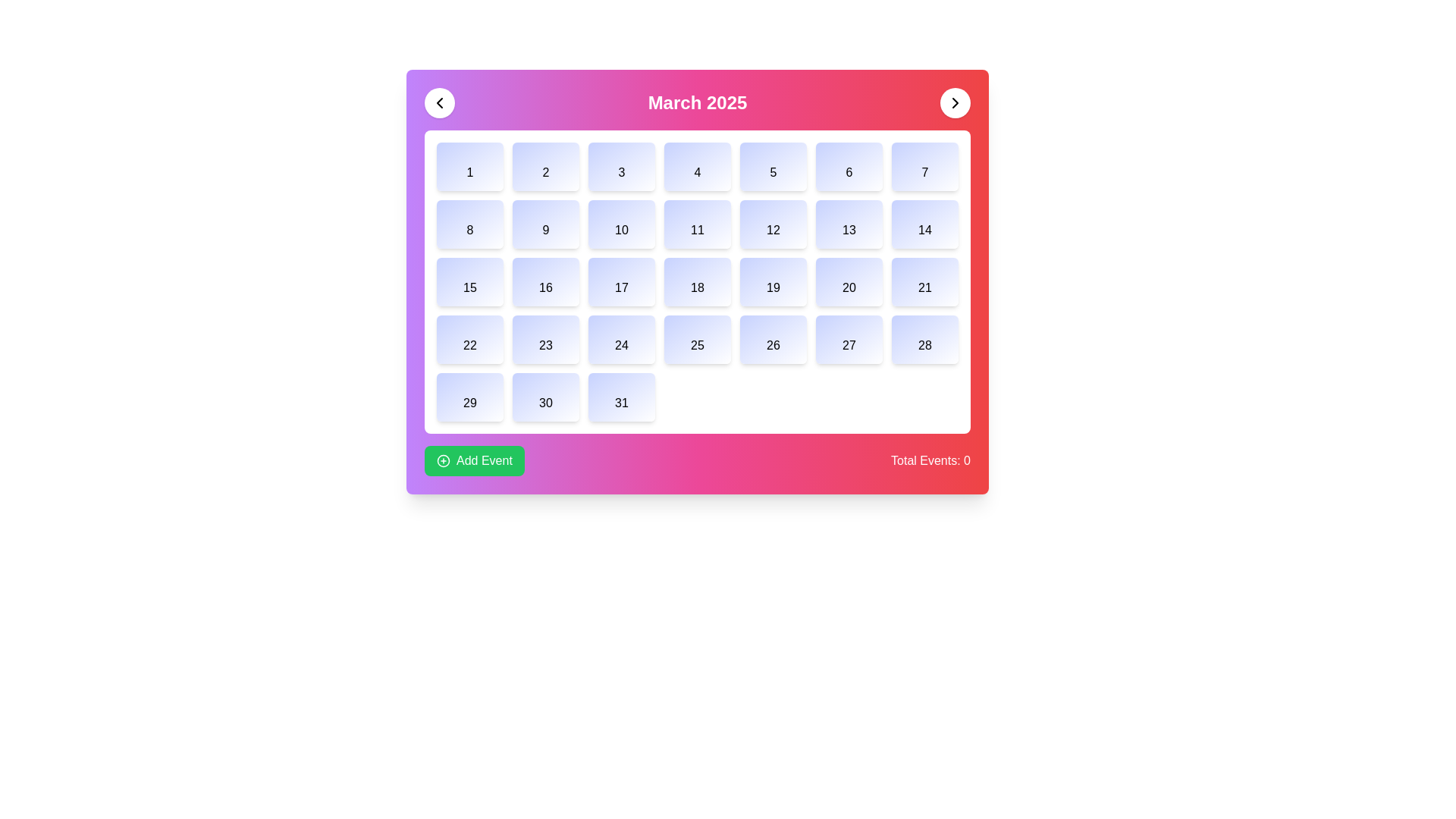  I want to click on the calendar date cell representing the date '6', so click(848, 166).